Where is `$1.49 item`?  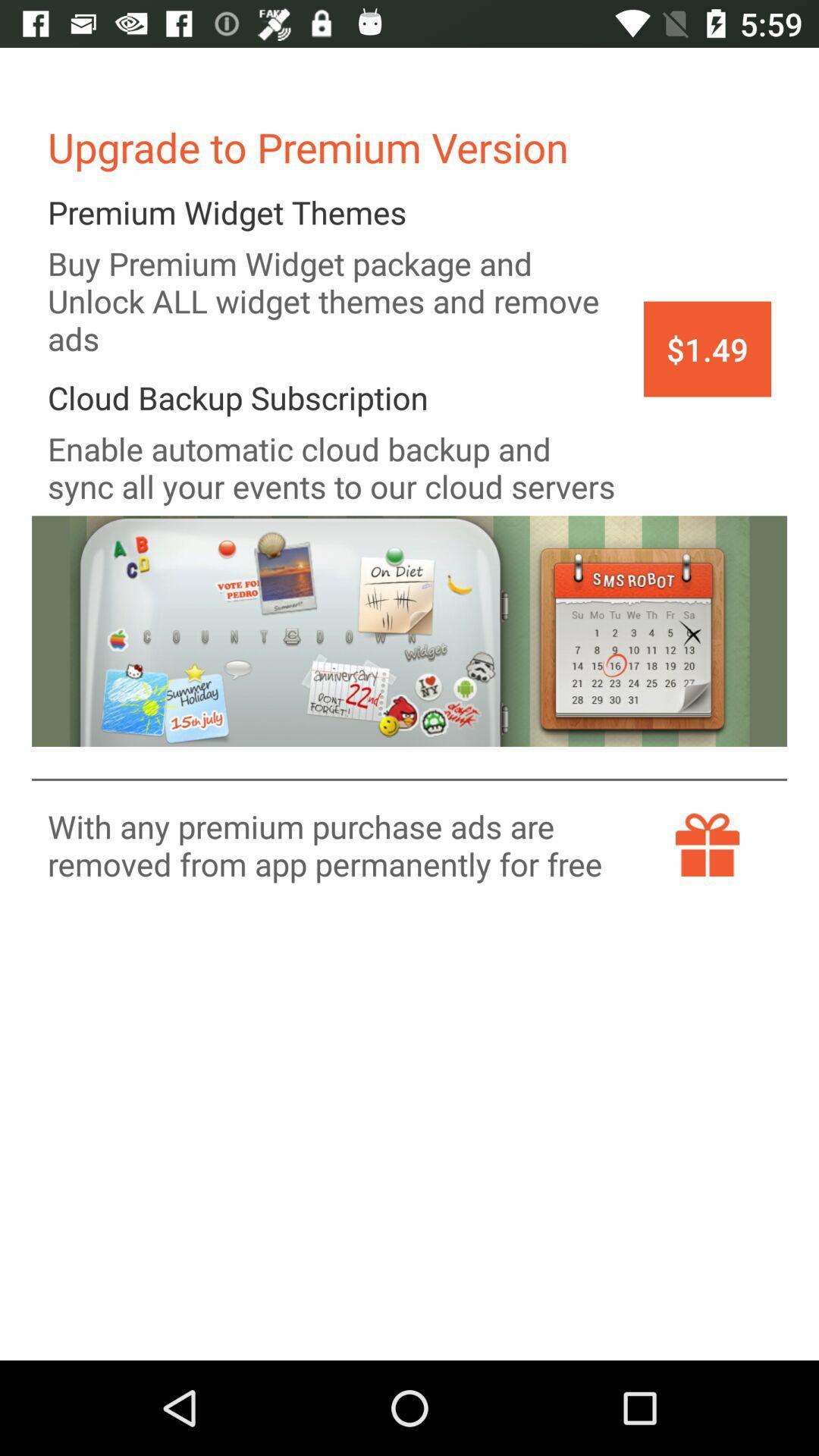
$1.49 item is located at coordinates (708, 348).